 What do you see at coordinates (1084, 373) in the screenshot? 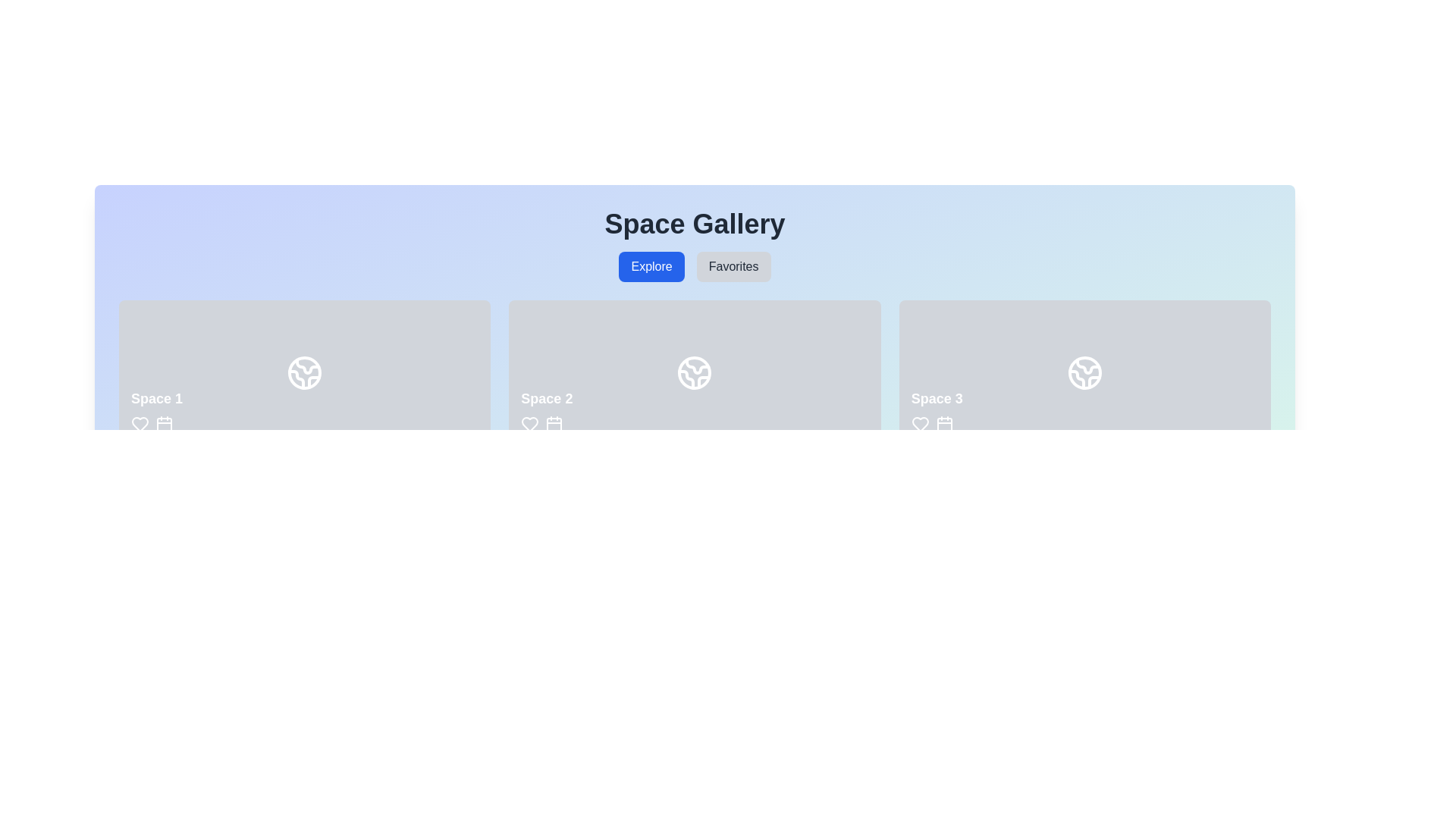
I see `the card labeled 'Space 3', which is the third card in a horizontal grid layout` at bounding box center [1084, 373].